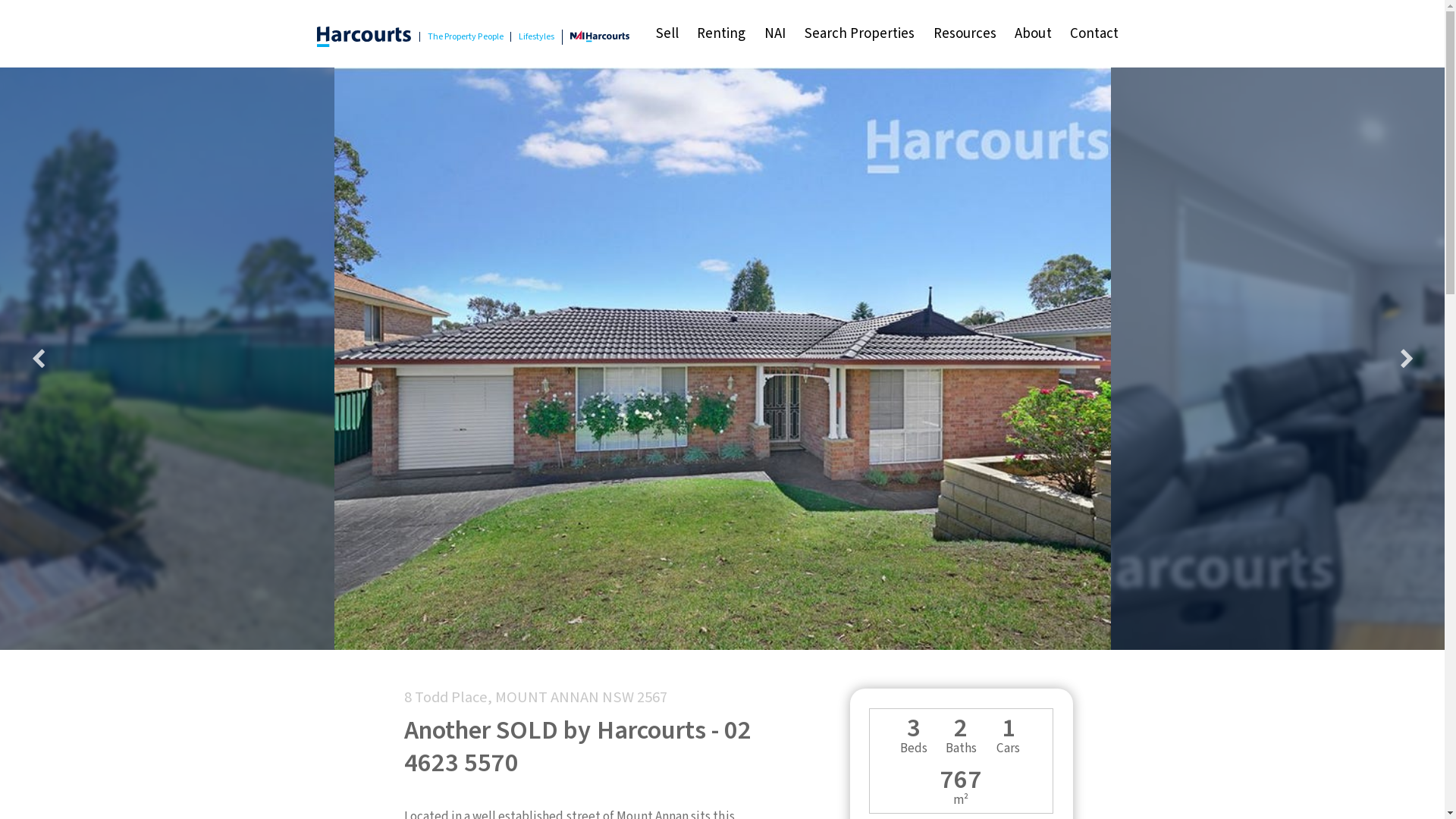  What do you see at coordinates (687, 34) in the screenshot?
I see `'Renting'` at bounding box center [687, 34].